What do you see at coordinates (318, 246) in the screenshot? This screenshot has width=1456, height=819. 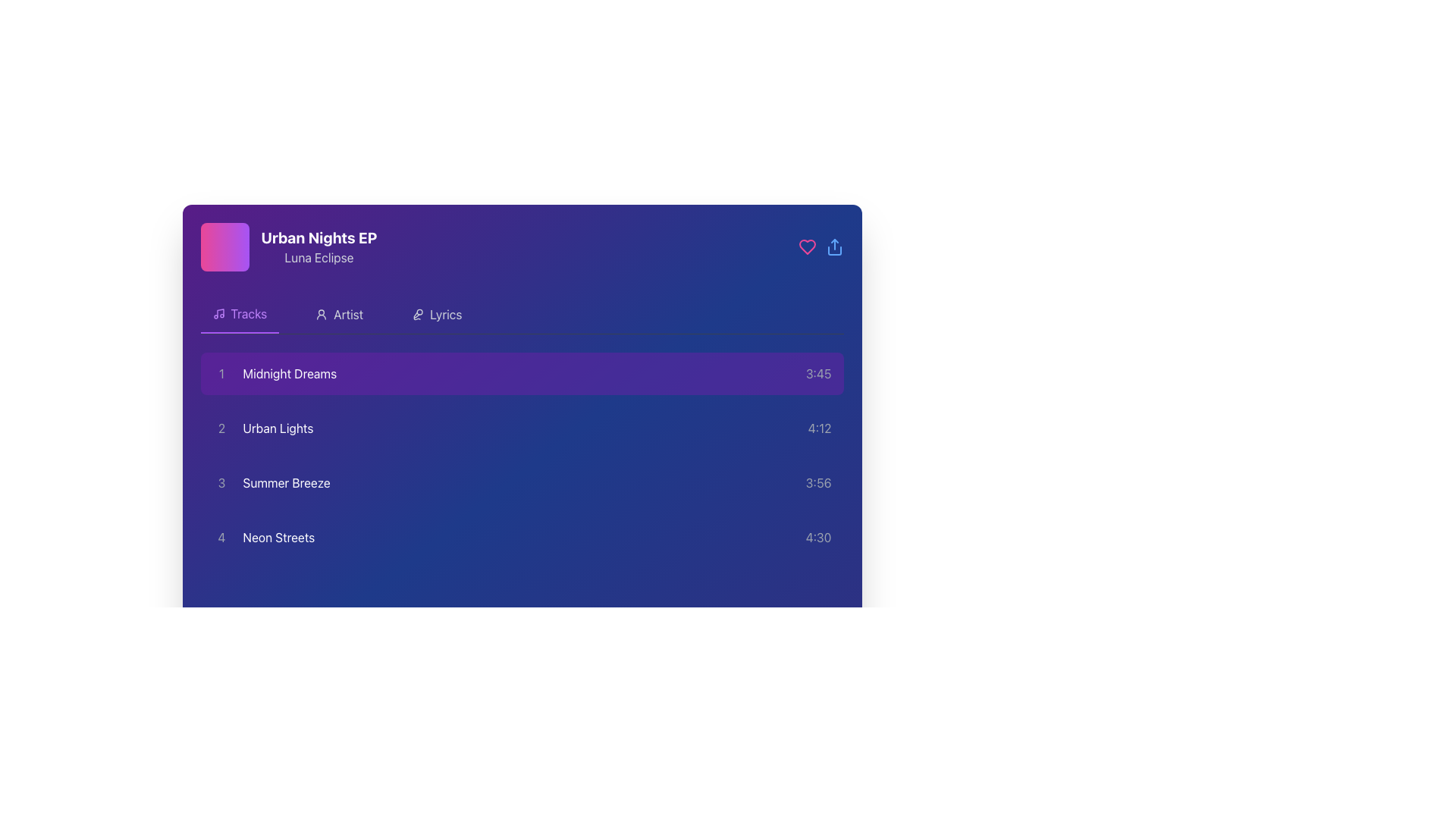 I see `information from the Text label displaying the title 'Urban Nights EP' and subtitle 'Luna Eclipse', which is positioned in the top-right area of the interface next to a gradient-colored square graphic` at bounding box center [318, 246].